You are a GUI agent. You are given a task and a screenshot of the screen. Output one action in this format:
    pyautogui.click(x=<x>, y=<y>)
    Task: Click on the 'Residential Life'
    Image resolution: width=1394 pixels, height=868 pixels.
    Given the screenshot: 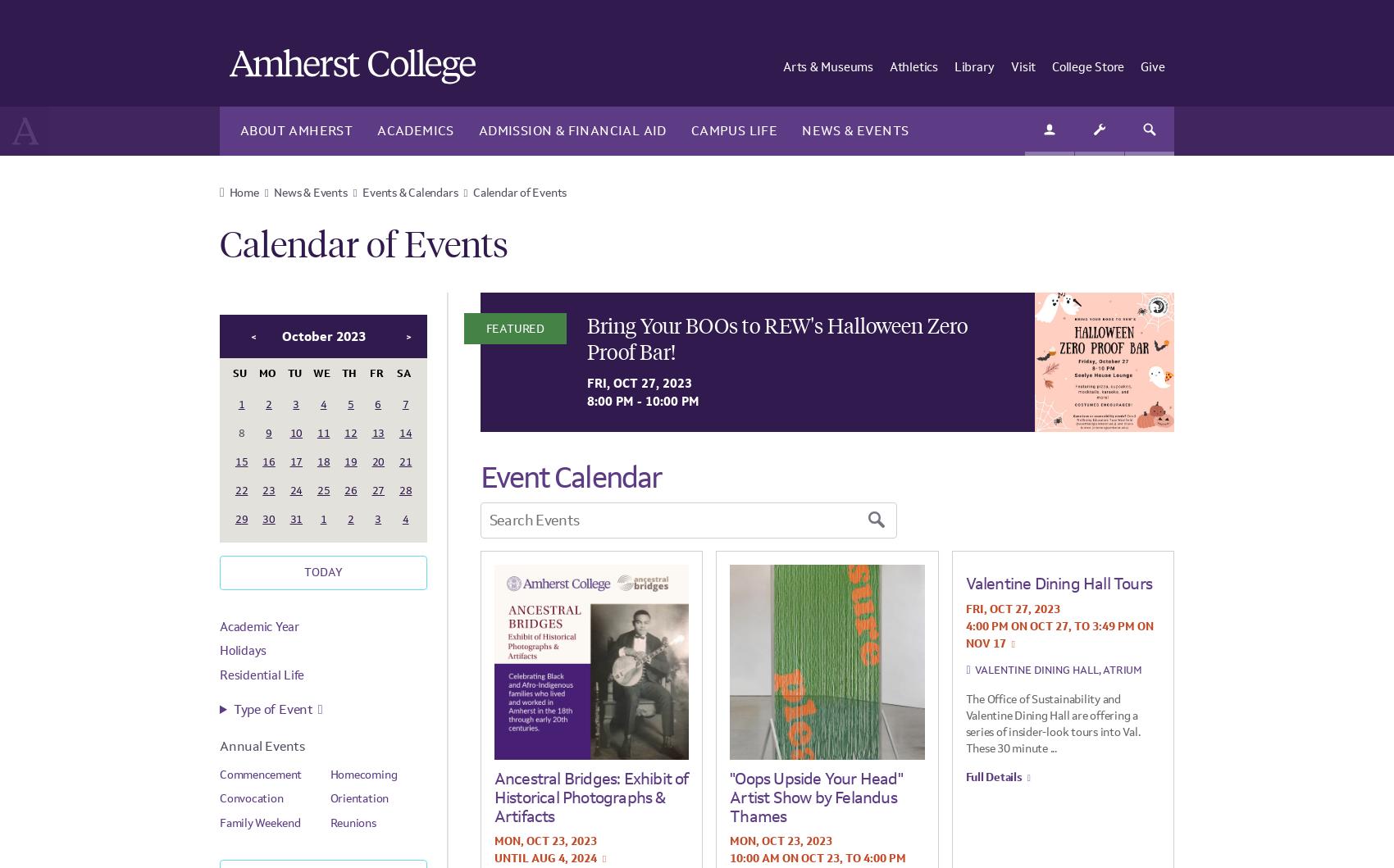 What is the action you would take?
    pyautogui.click(x=219, y=673)
    